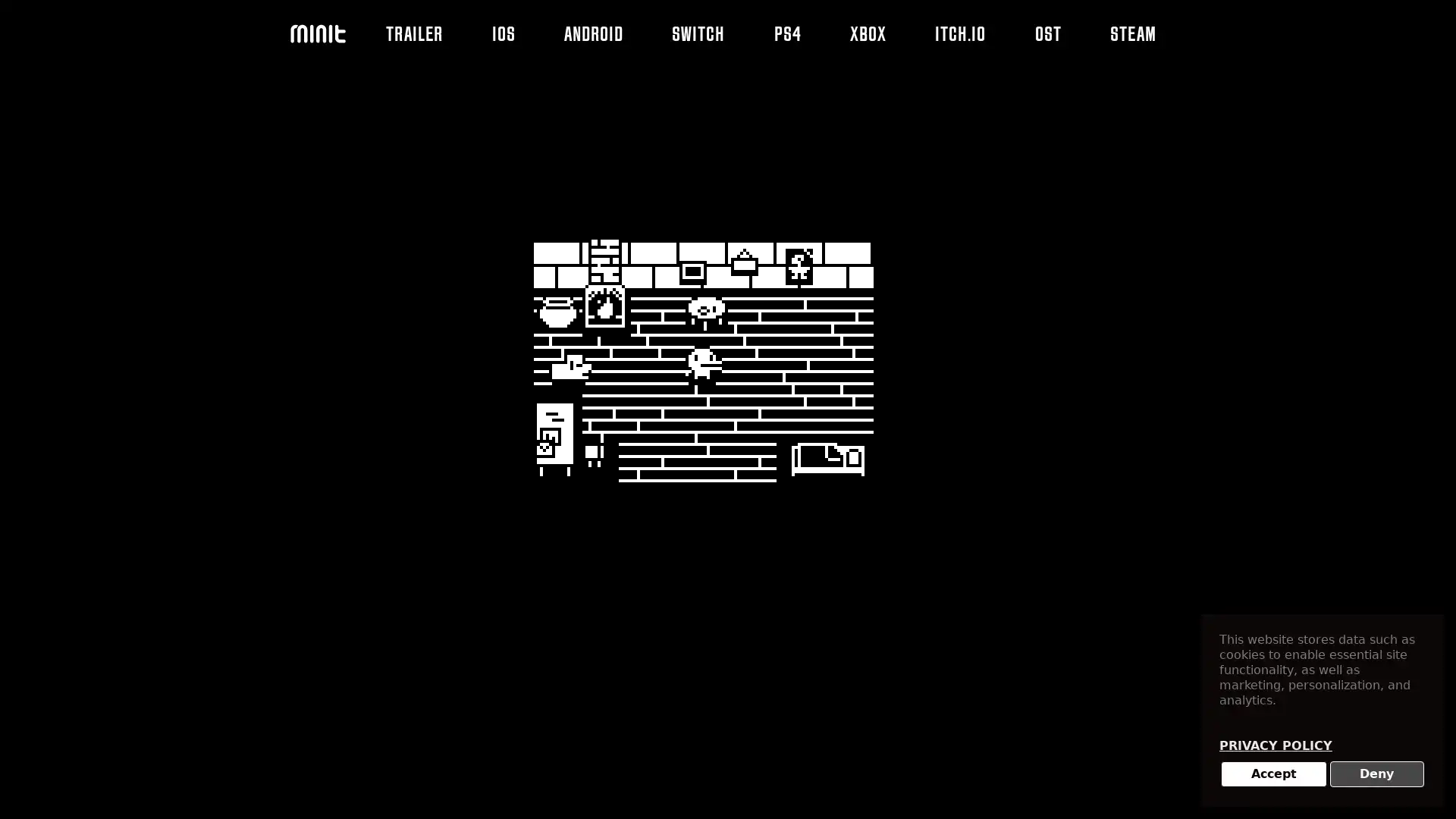 The height and width of the screenshot is (819, 1456). What do you see at coordinates (1273, 774) in the screenshot?
I see `Accept` at bounding box center [1273, 774].